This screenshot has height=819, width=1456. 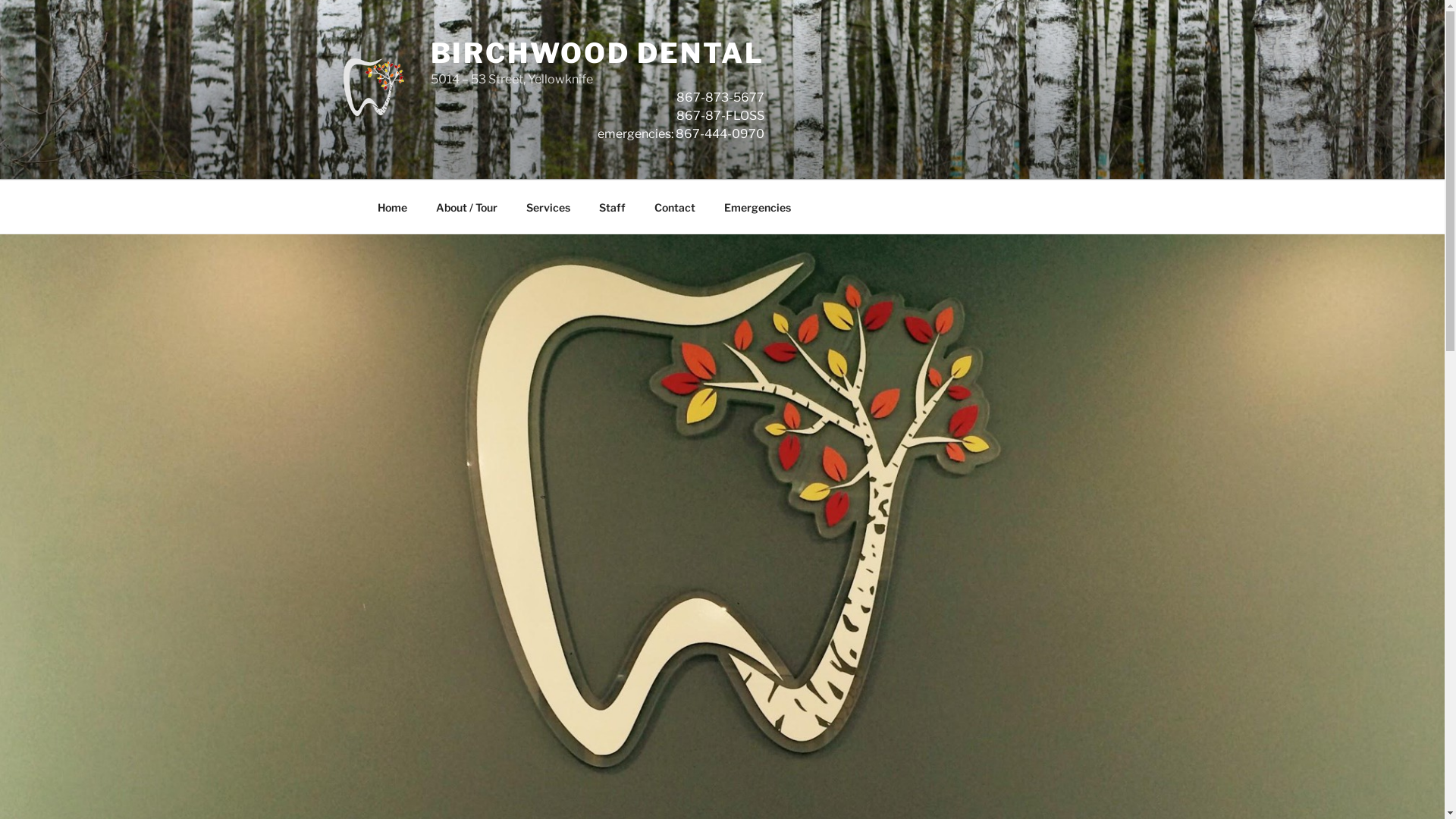 I want to click on '867-444-0970', so click(x=719, y=133).